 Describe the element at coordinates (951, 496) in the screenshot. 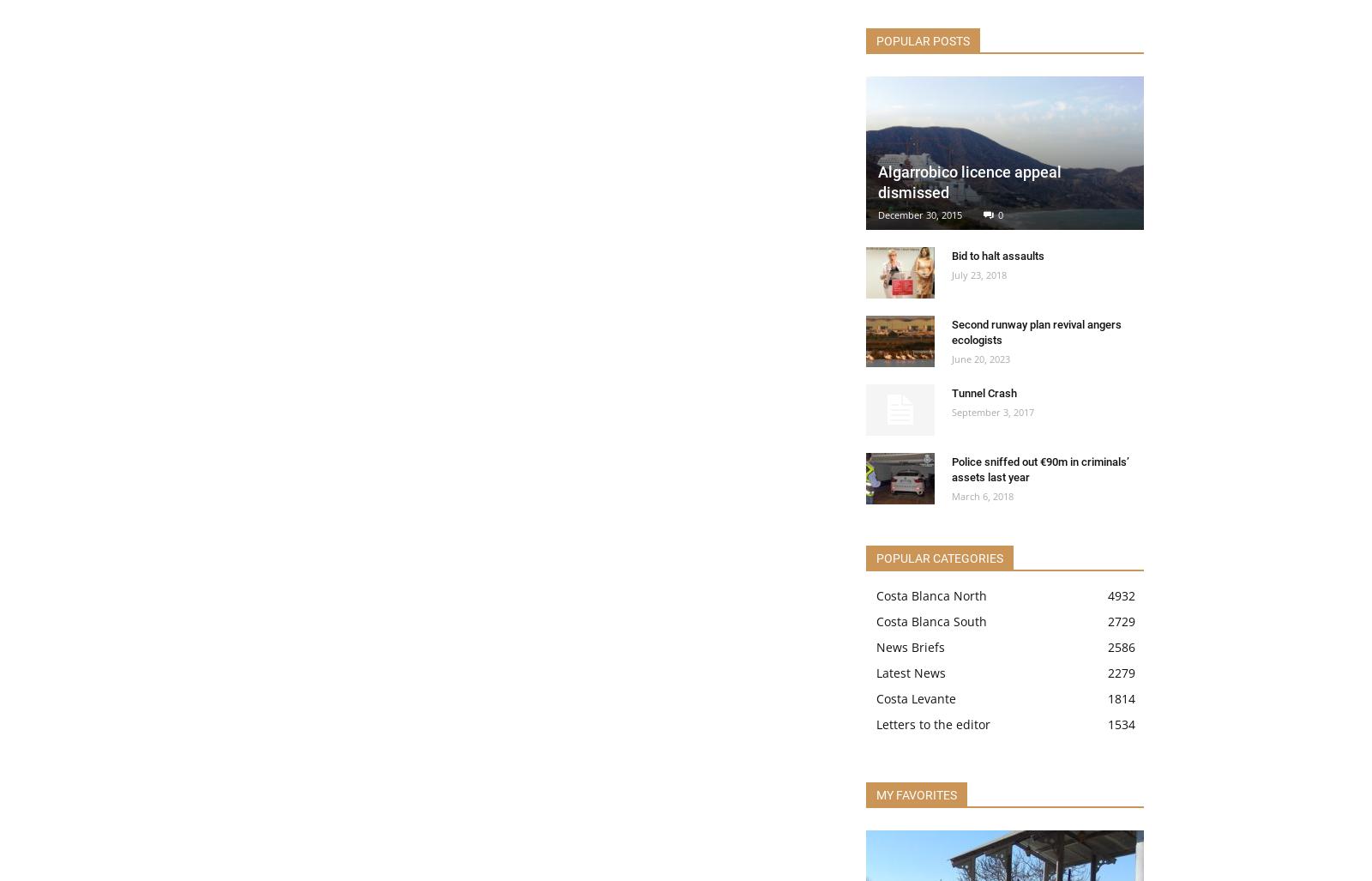

I see `'March 6, 2018'` at that location.